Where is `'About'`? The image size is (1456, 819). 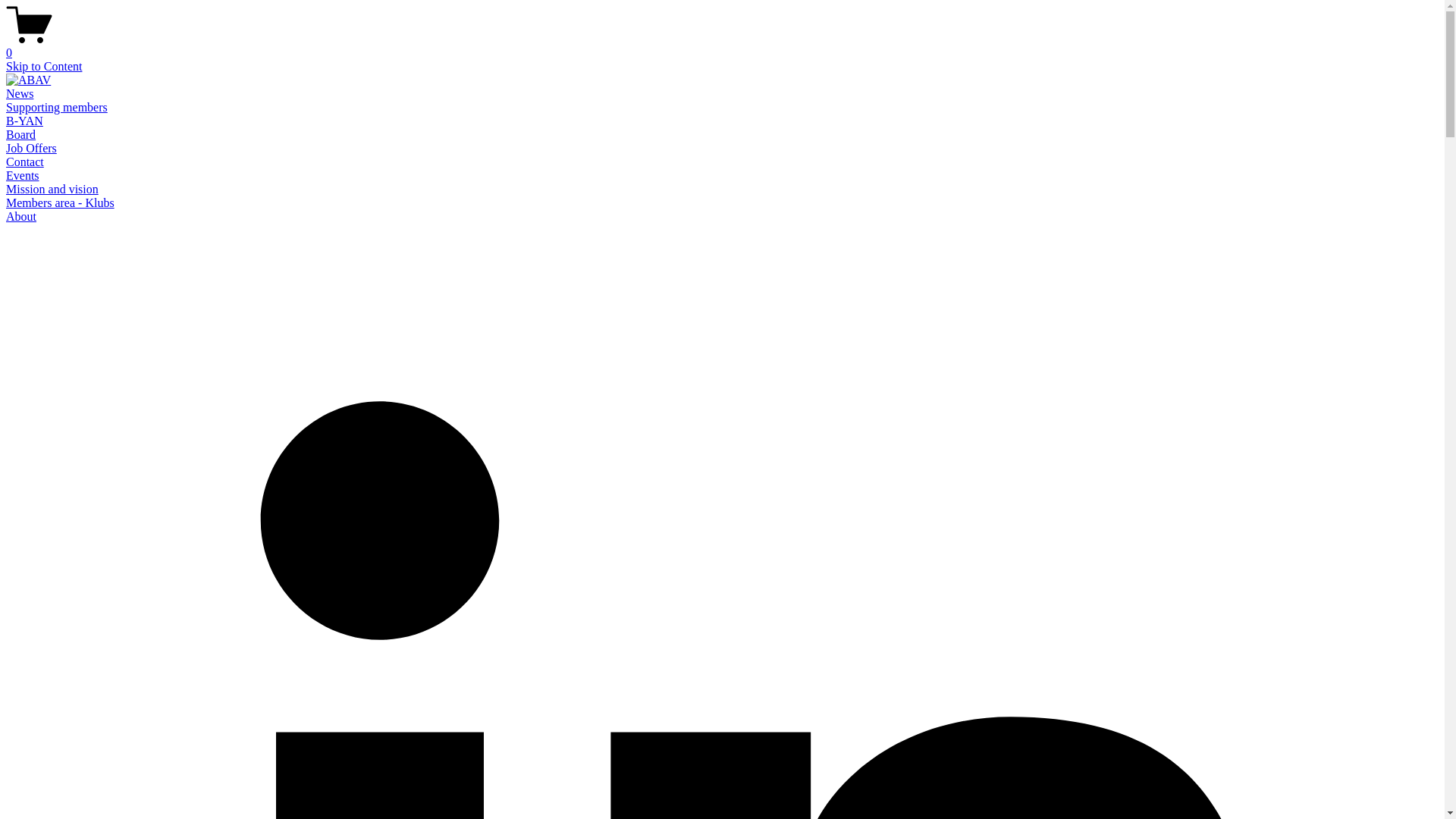
'About' is located at coordinates (21, 216).